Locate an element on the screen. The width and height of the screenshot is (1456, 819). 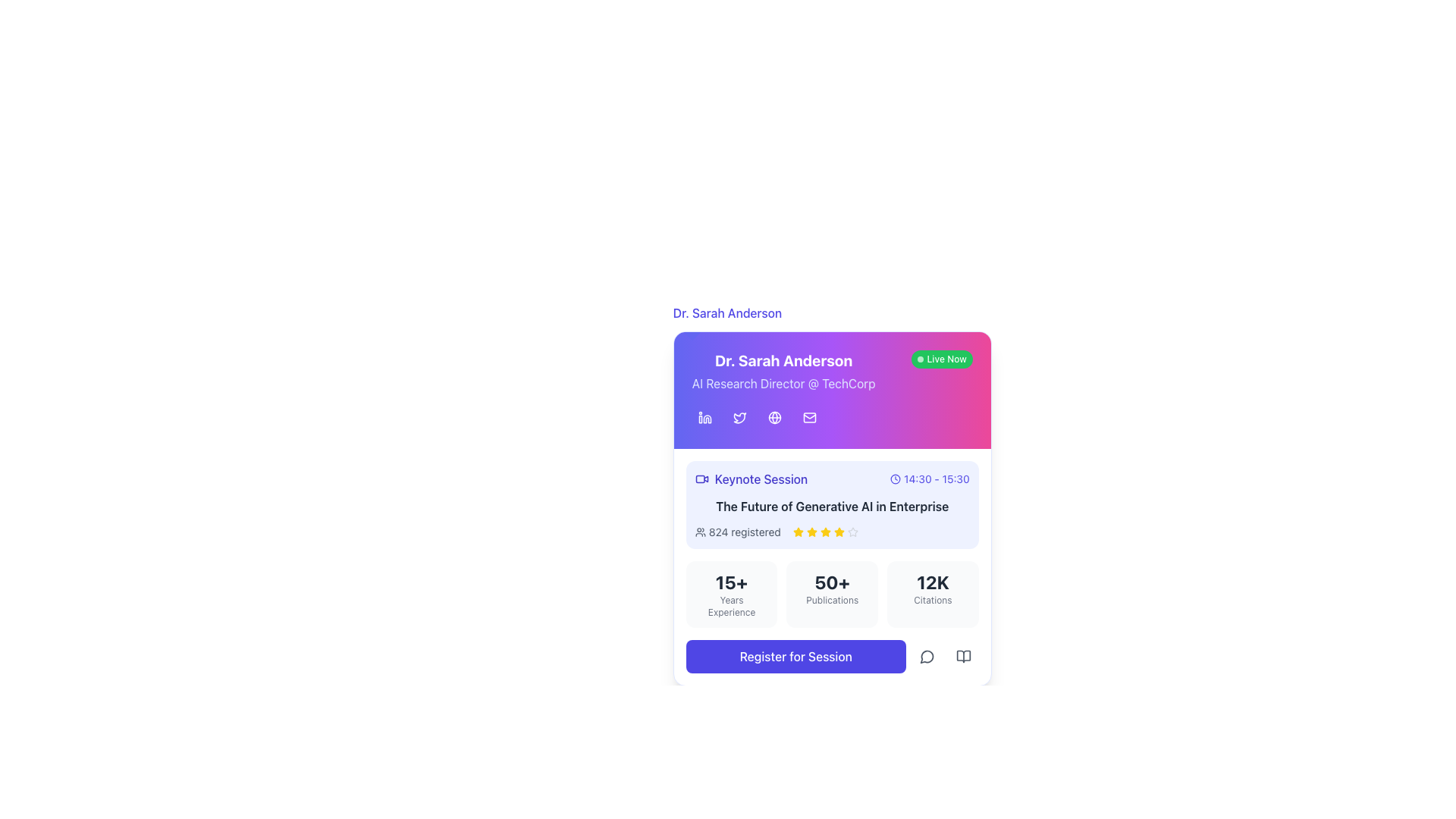
the email icon located within the vibrant panel featuring 'Dr. Sarah Anderson' and 'Live Now' badge is located at coordinates (831, 390).